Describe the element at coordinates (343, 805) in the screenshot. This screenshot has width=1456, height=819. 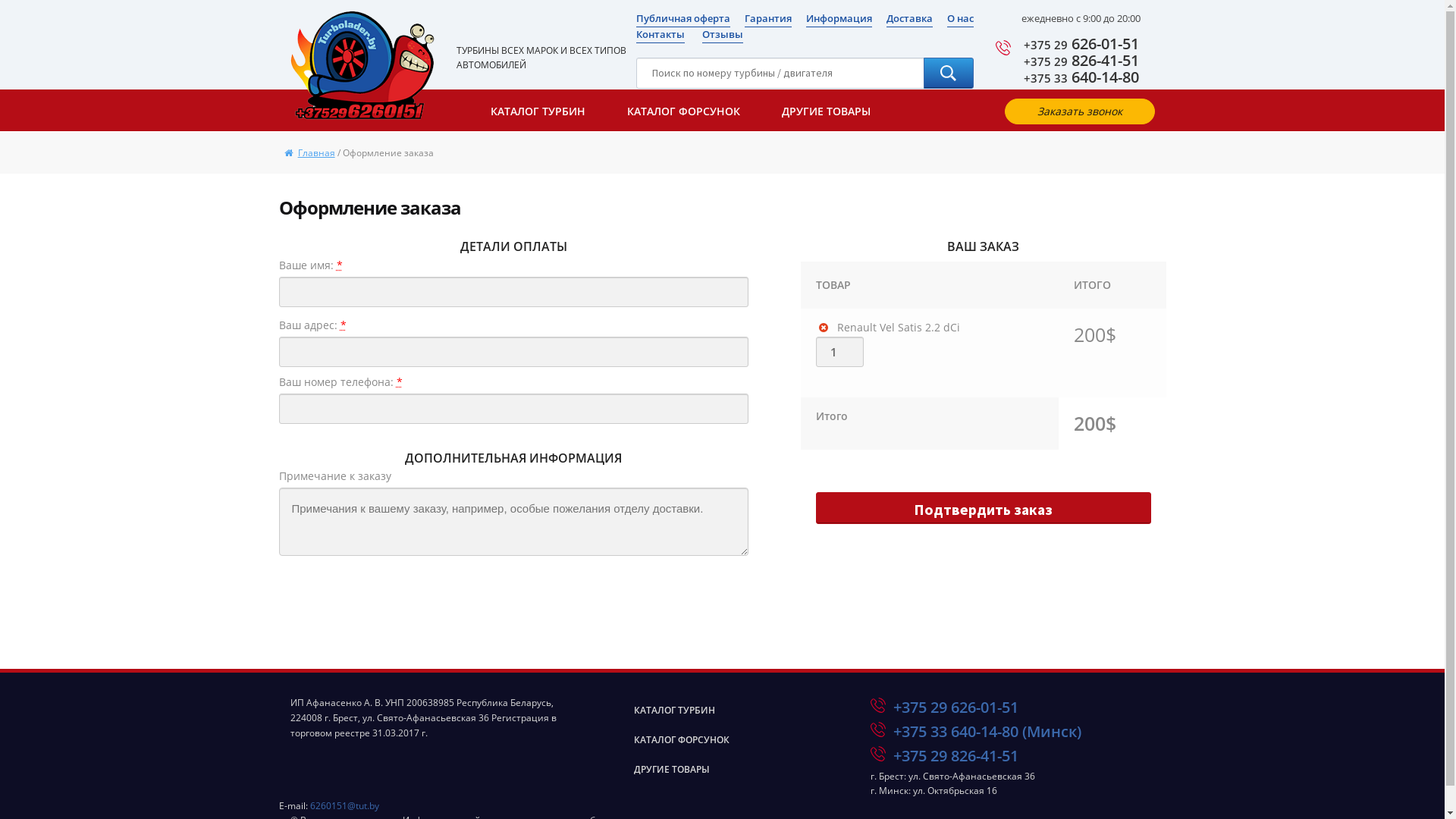
I see `'6260151@tut.by'` at that location.